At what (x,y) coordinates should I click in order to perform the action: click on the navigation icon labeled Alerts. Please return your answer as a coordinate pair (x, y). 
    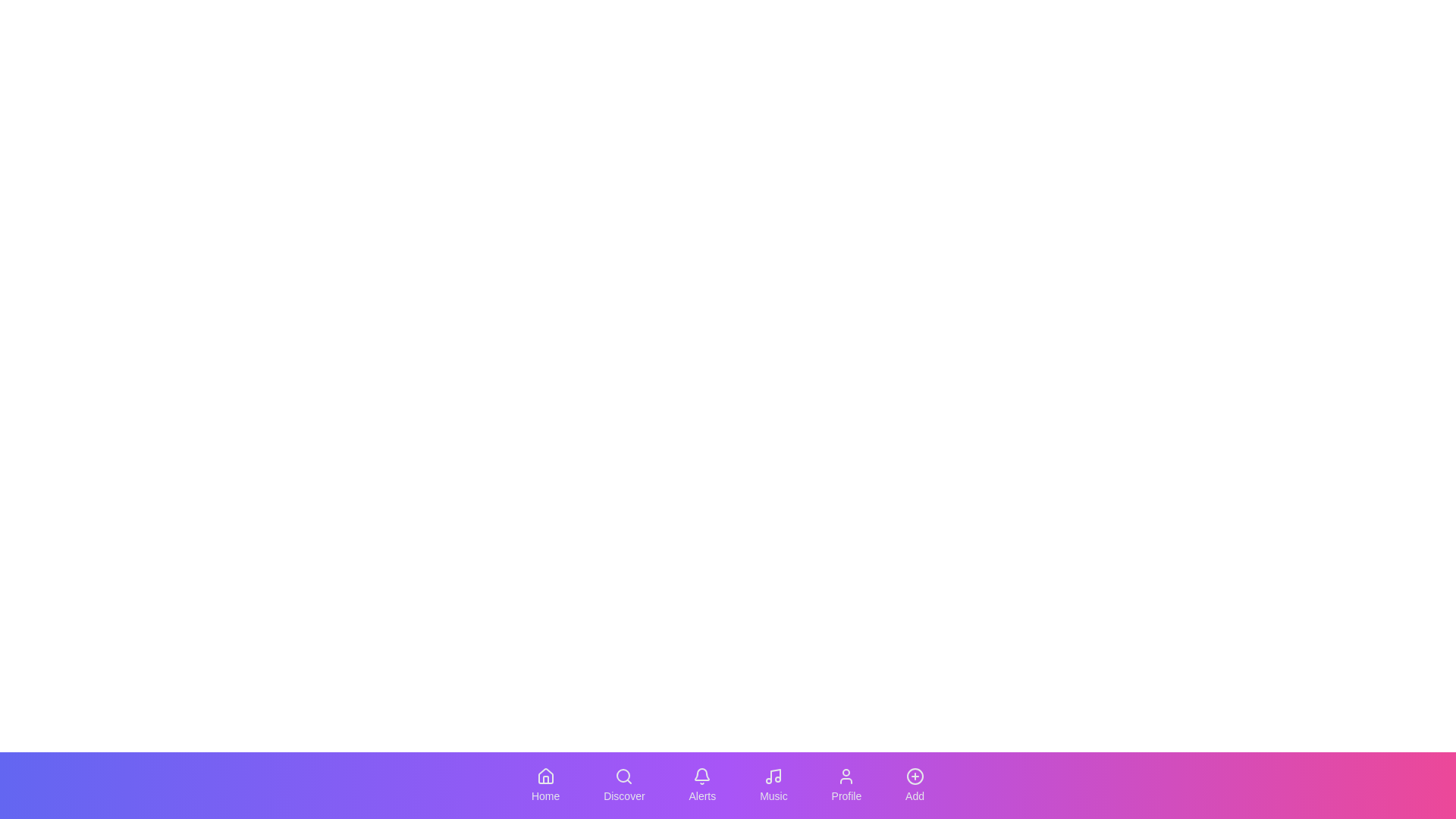
    Looking at the image, I should click on (701, 785).